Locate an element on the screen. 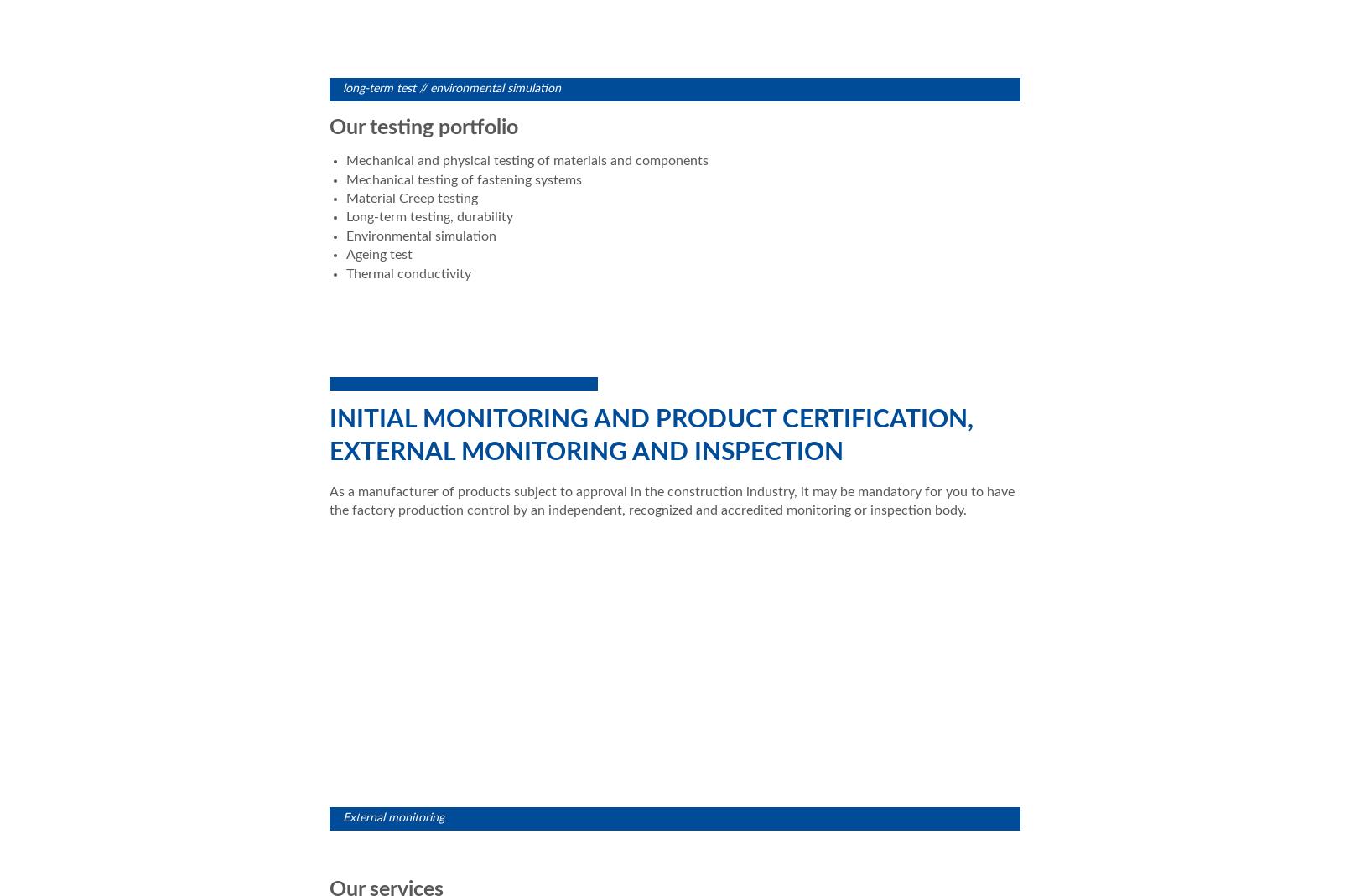 This screenshot has width=1350, height=896. 'Environmental simulation' is located at coordinates (421, 235).